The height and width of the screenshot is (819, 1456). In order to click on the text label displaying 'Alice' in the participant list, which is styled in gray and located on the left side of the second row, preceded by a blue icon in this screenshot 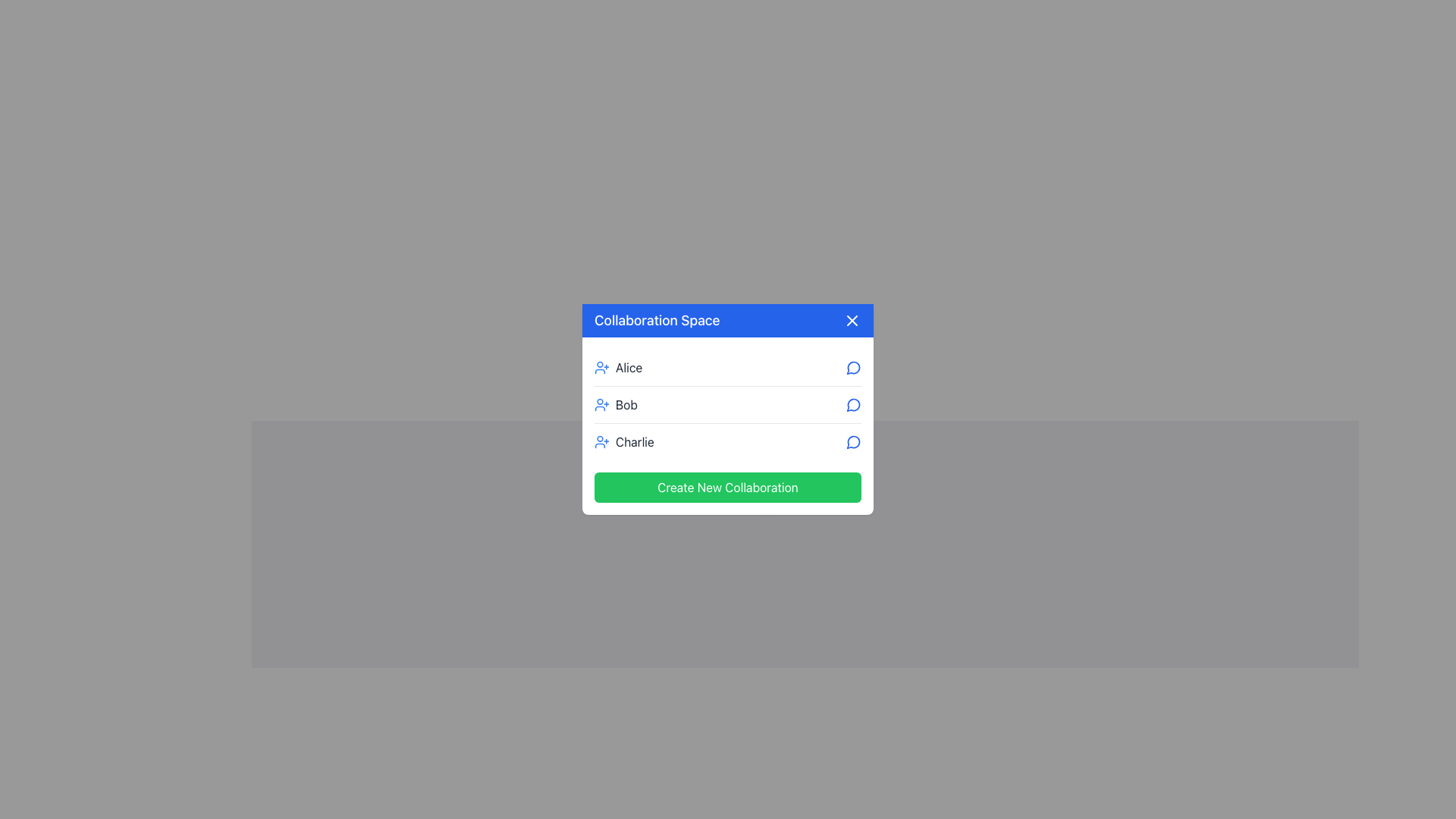, I will do `click(629, 368)`.